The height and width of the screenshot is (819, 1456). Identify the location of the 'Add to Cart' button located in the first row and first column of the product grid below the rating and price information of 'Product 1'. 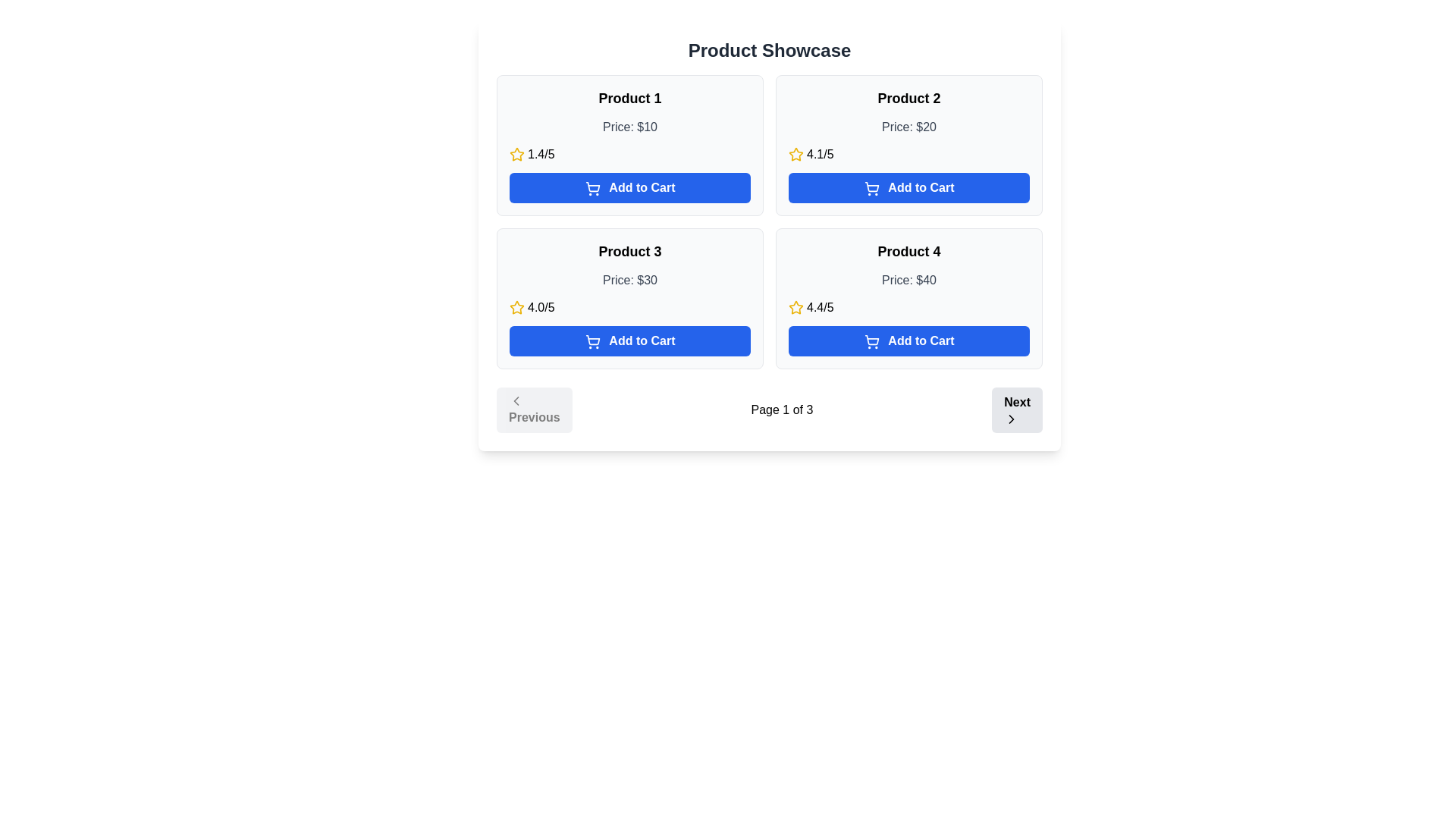
(629, 187).